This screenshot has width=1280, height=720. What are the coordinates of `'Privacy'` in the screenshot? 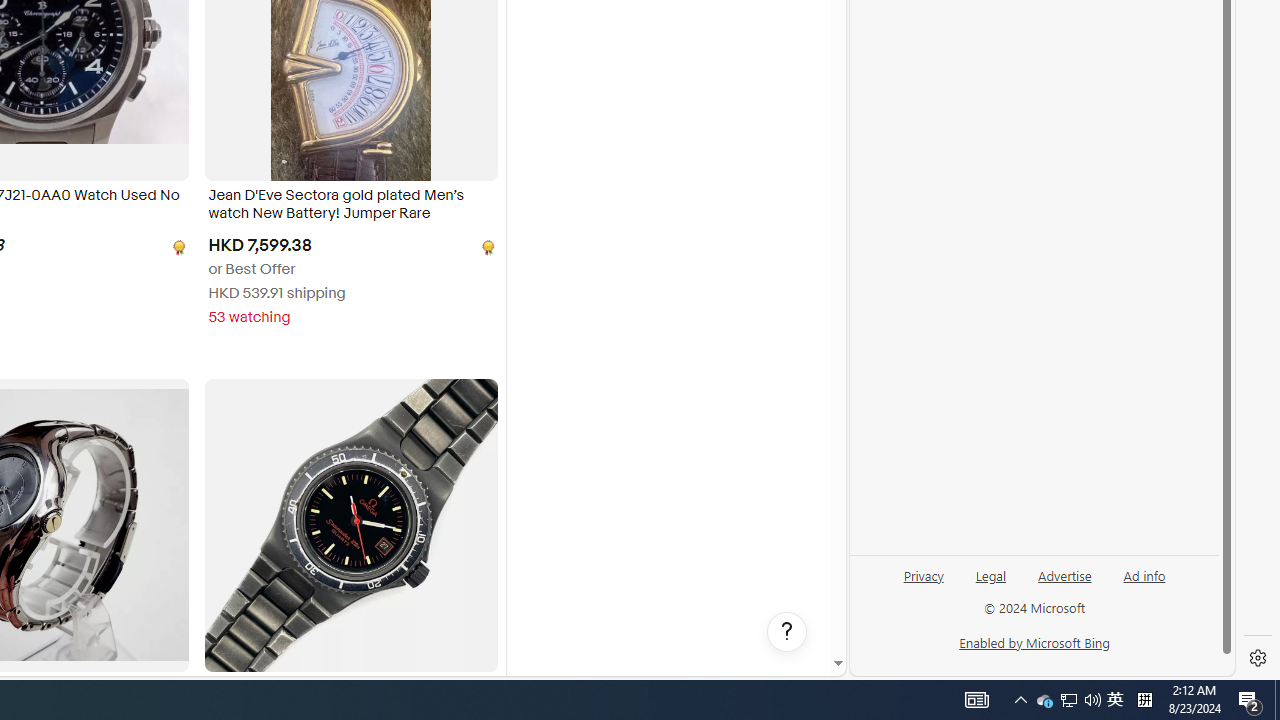 It's located at (922, 574).